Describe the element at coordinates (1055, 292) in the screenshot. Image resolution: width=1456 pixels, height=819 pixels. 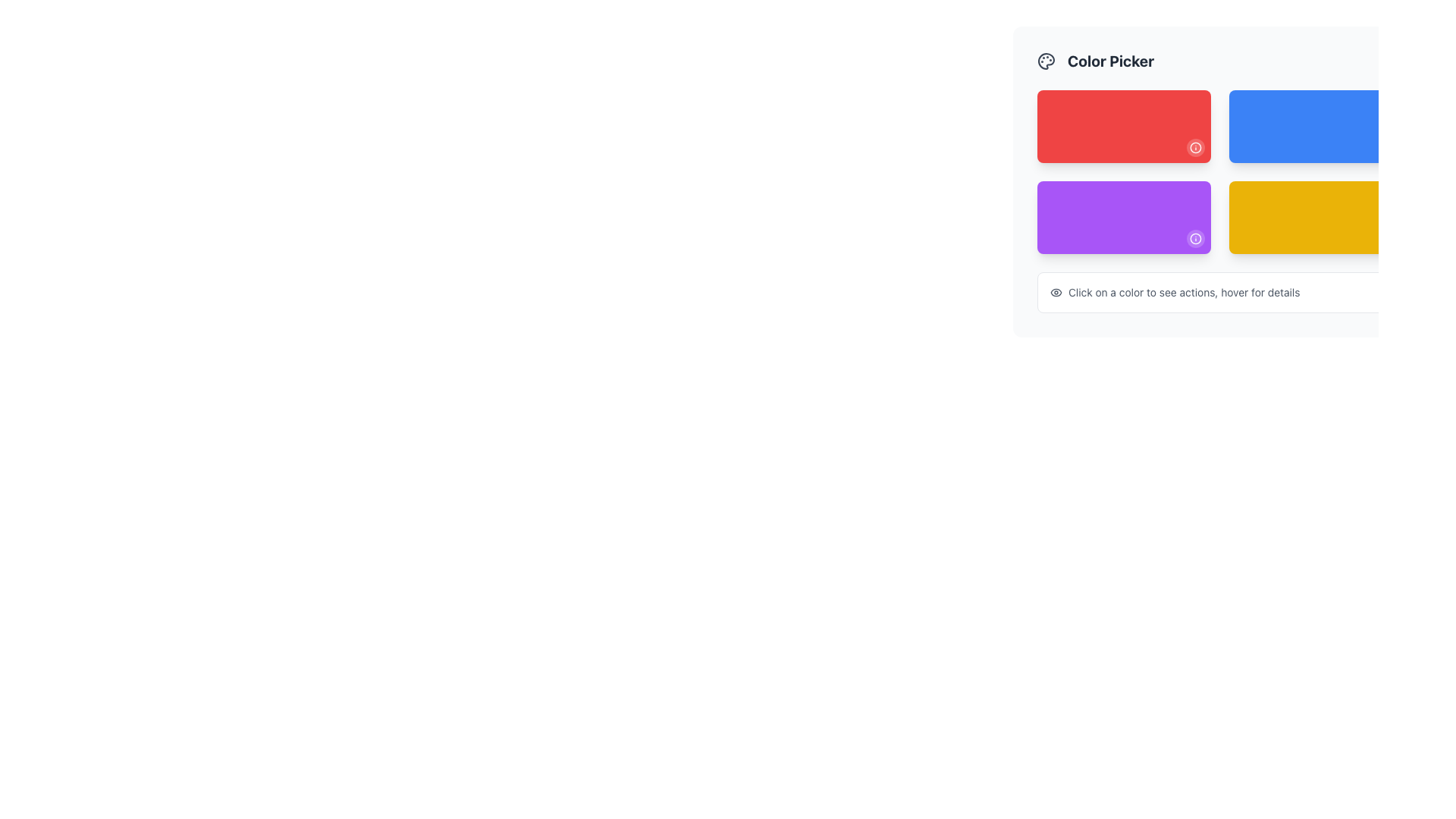
I see `the eye icon located to the left of the text 'Click on a color` at that location.